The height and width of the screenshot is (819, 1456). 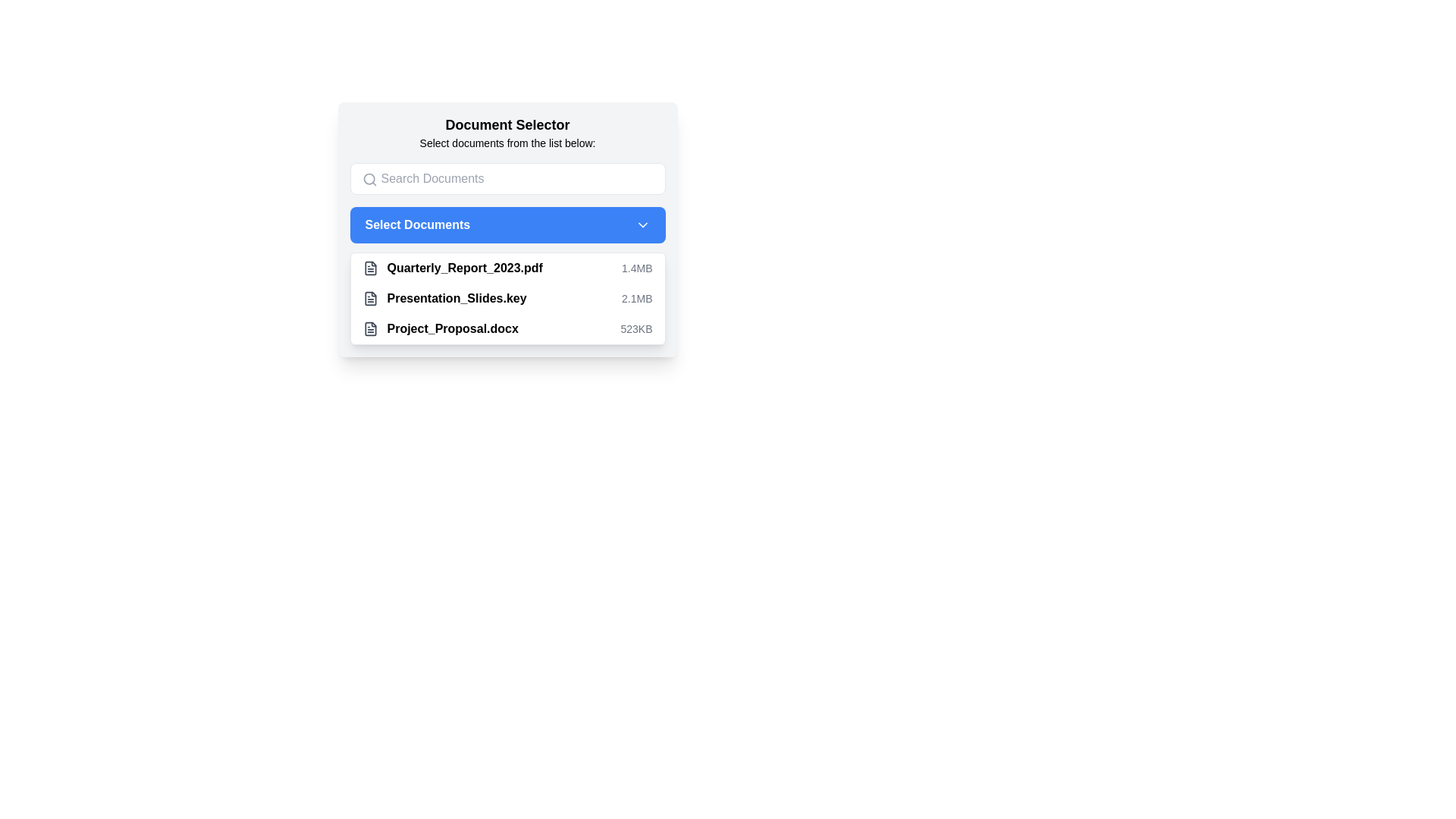 I want to click on the text label 'Project_Proposal.docx', so click(x=451, y=328).